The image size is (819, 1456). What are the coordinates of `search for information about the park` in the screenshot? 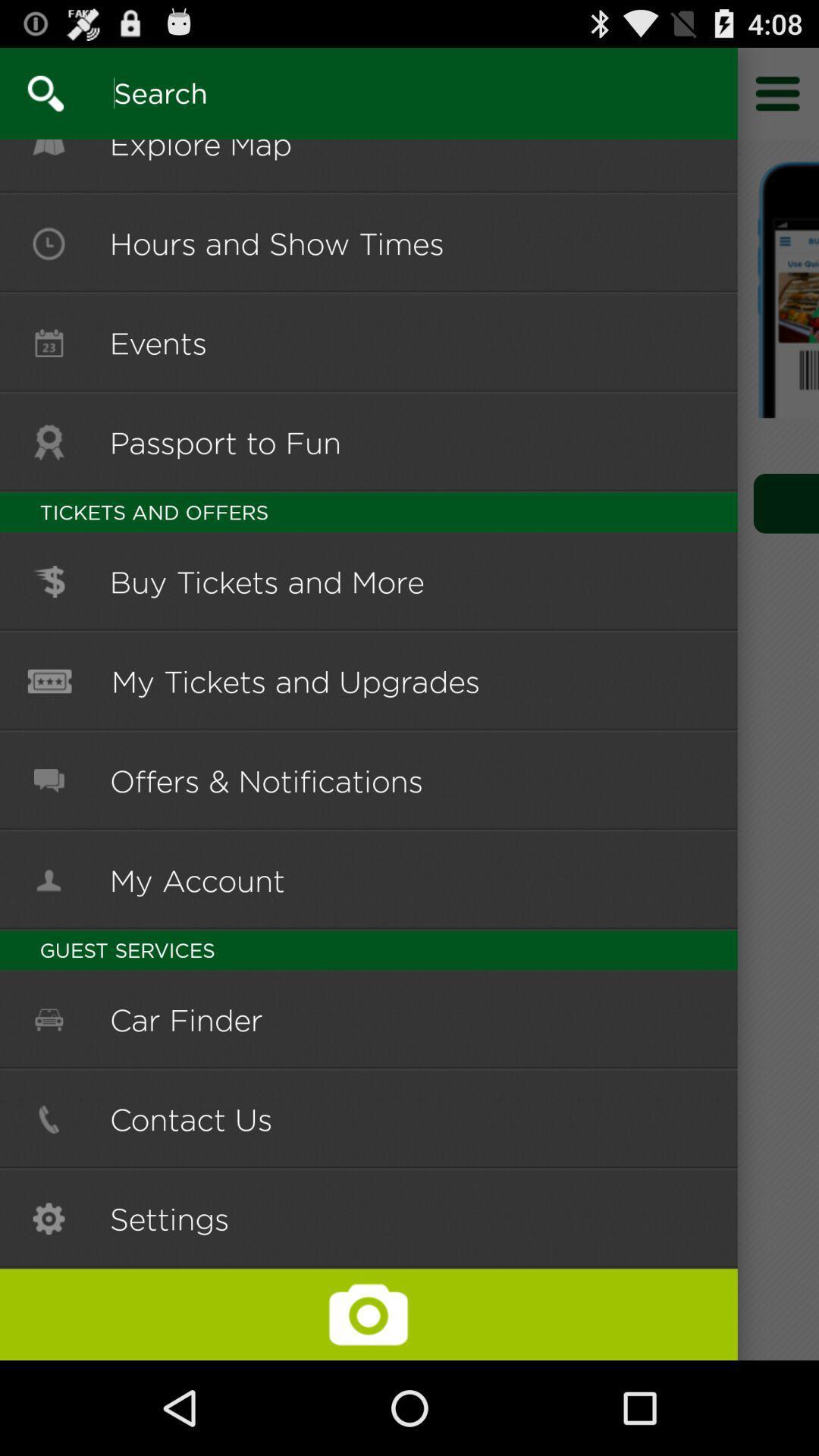 It's located at (32, 93).